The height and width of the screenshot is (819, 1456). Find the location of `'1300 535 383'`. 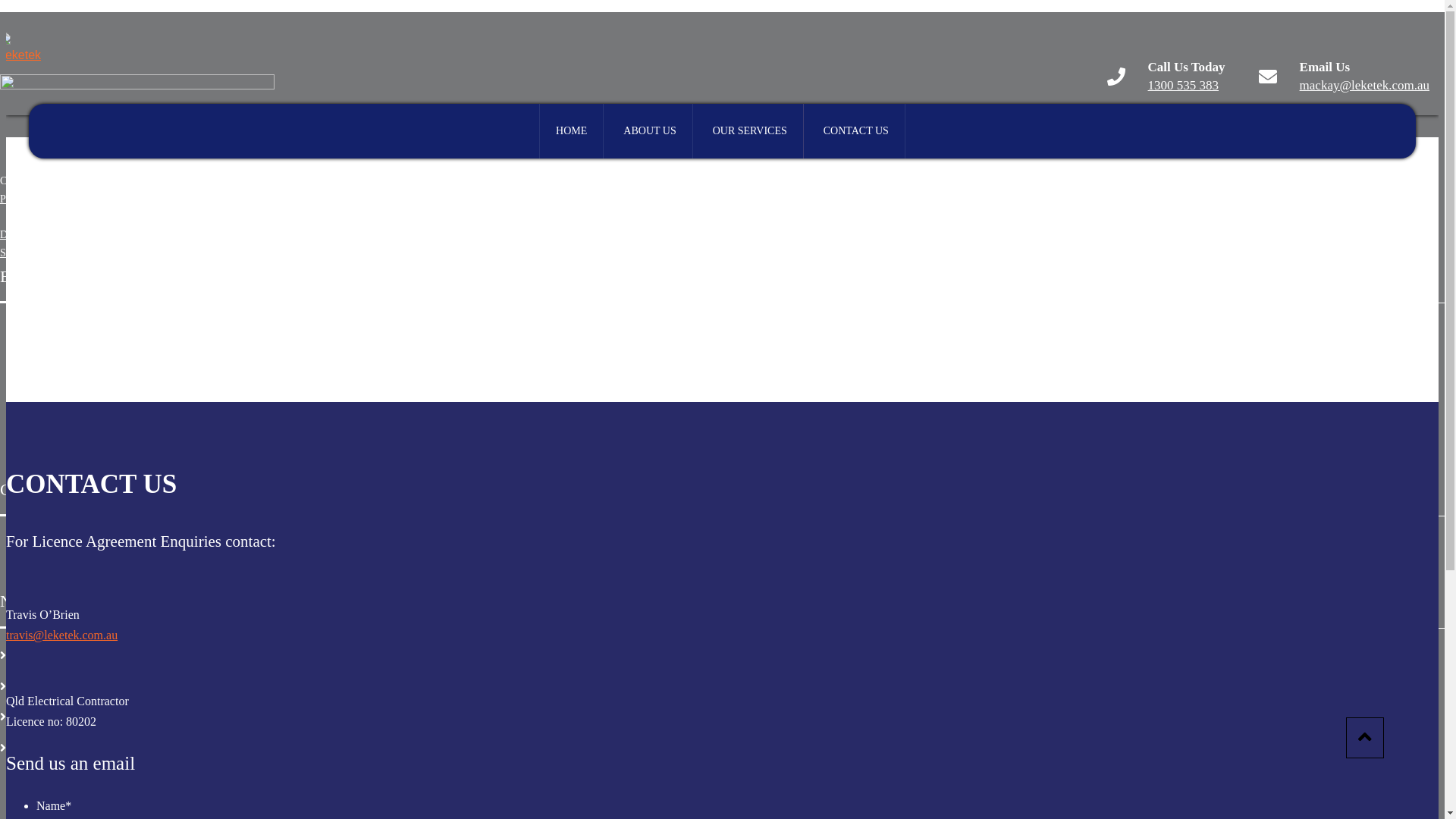

'1300 535 383' is located at coordinates (1147, 85).